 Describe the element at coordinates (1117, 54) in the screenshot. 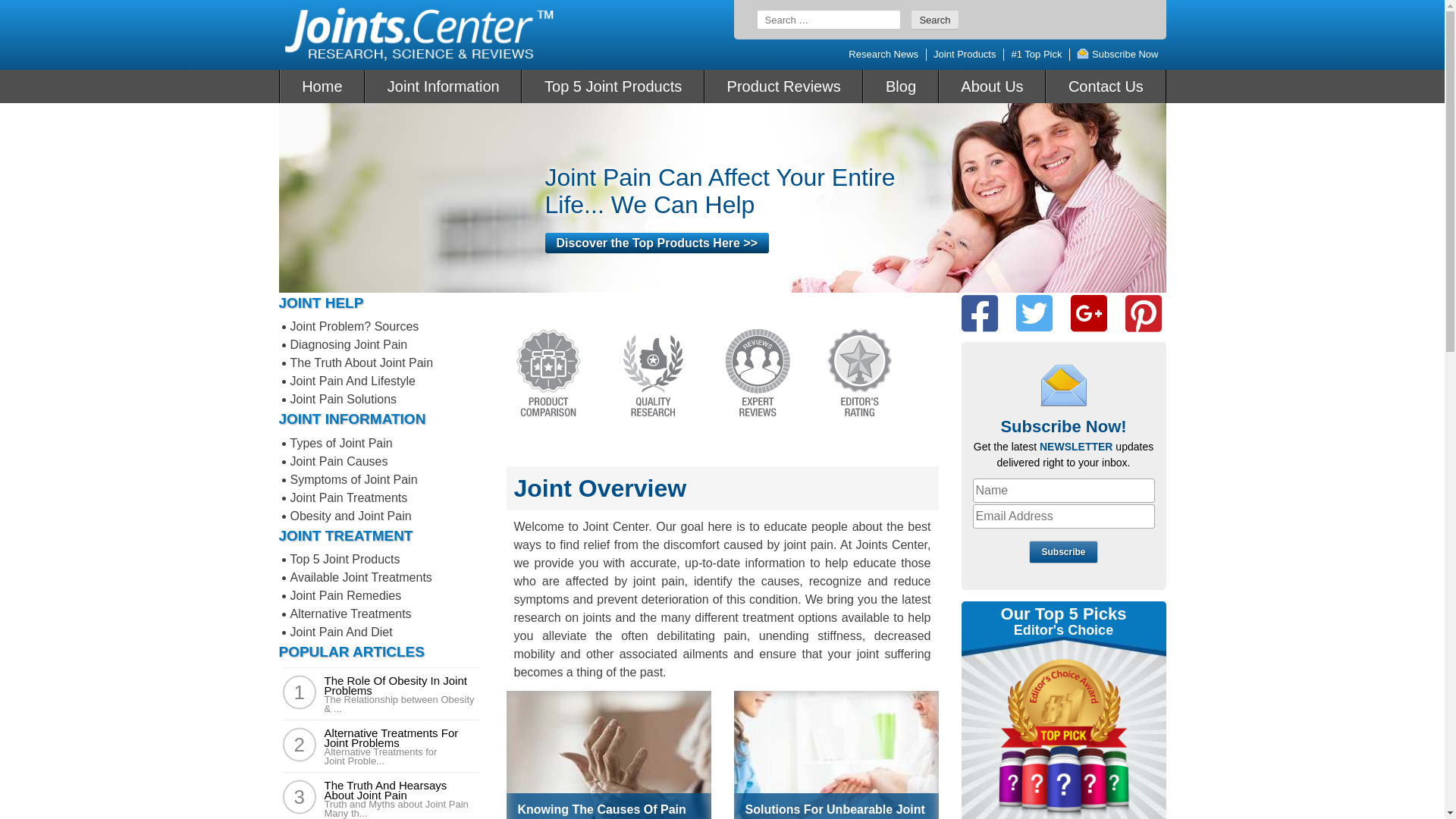

I see `'Subscribe Now'` at that location.